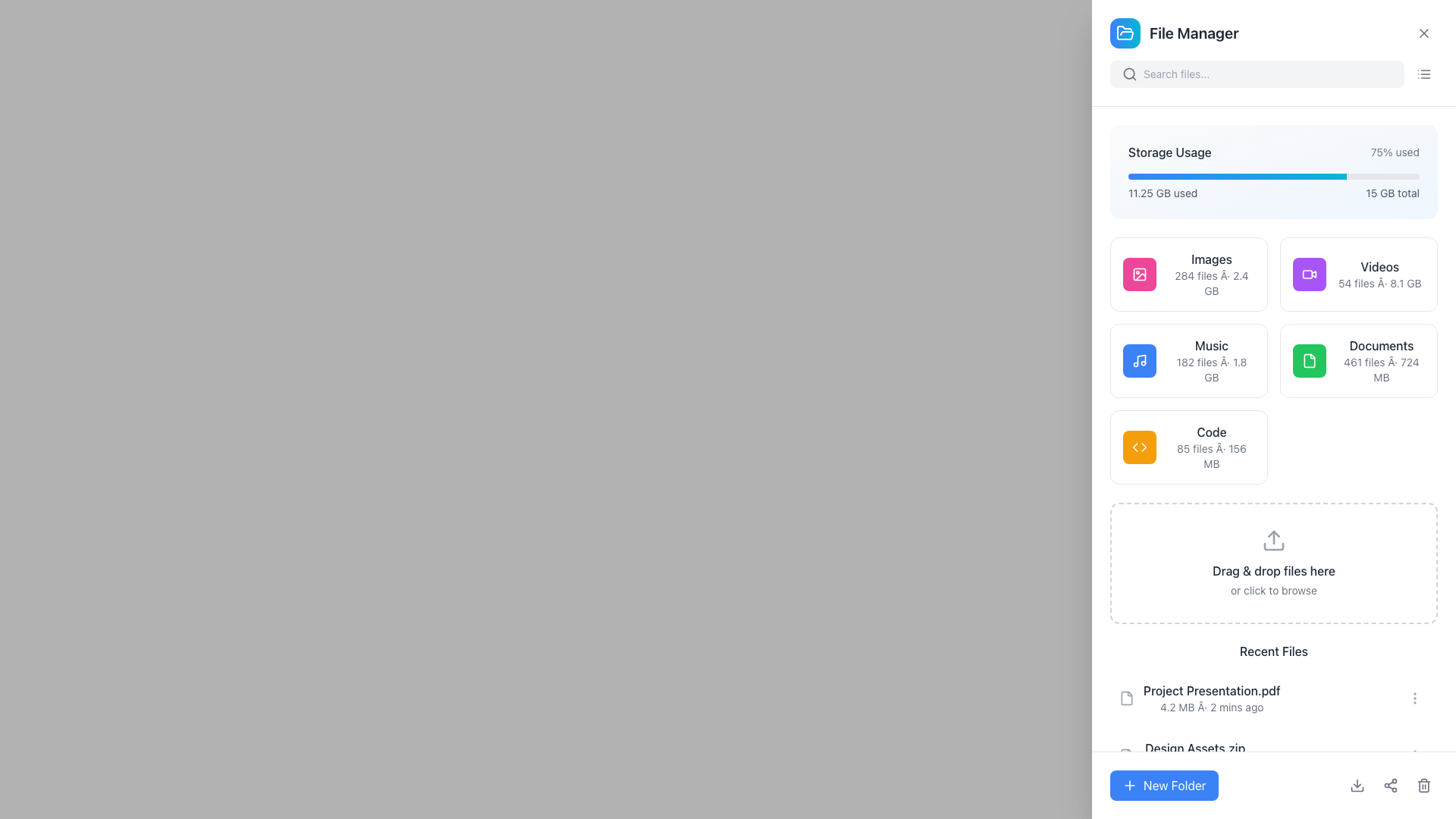  I want to click on the SVG icon representing the 'File Manager' located in the header area, adjacent to the title 'File Manager', so click(1125, 33).